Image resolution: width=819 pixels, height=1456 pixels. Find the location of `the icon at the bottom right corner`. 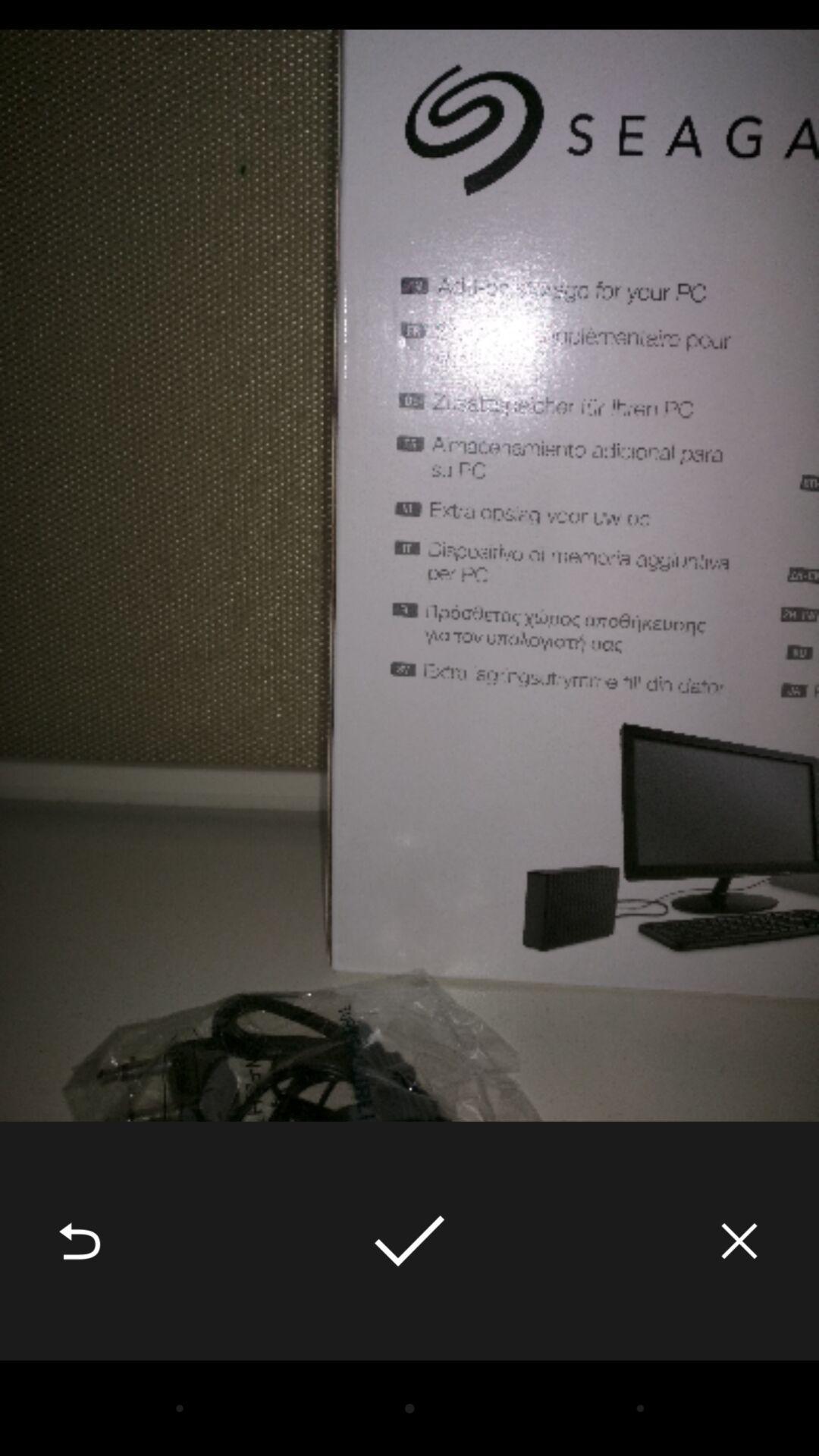

the icon at the bottom right corner is located at coordinates (739, 1241).